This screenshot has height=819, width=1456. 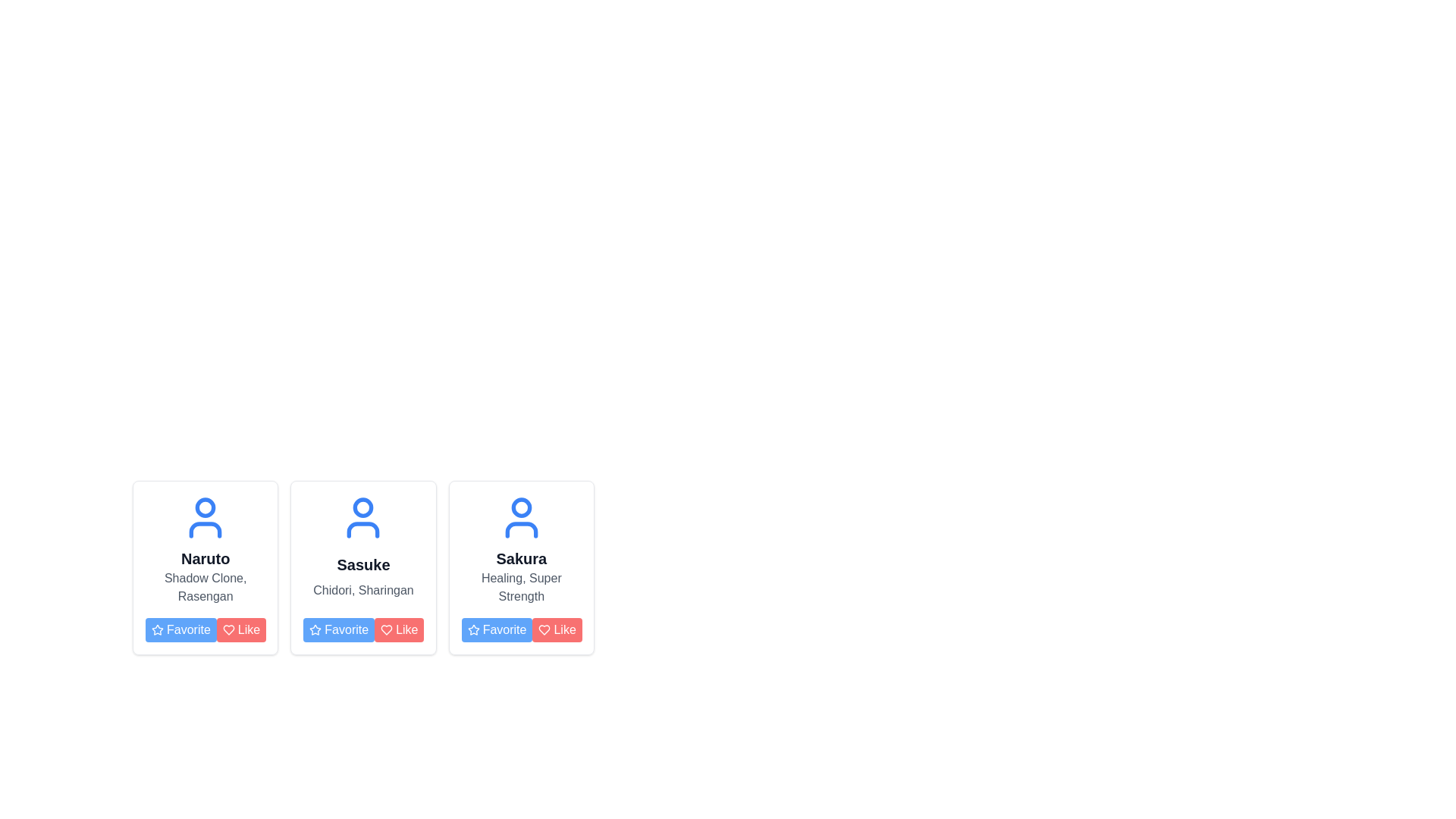 What do you see at coordinates (472, 629) in the screenshot?
I see `the 'Favorite' icon within the button component located in the third card representing the character 'Sakura'` at bounding box center [472, 629].